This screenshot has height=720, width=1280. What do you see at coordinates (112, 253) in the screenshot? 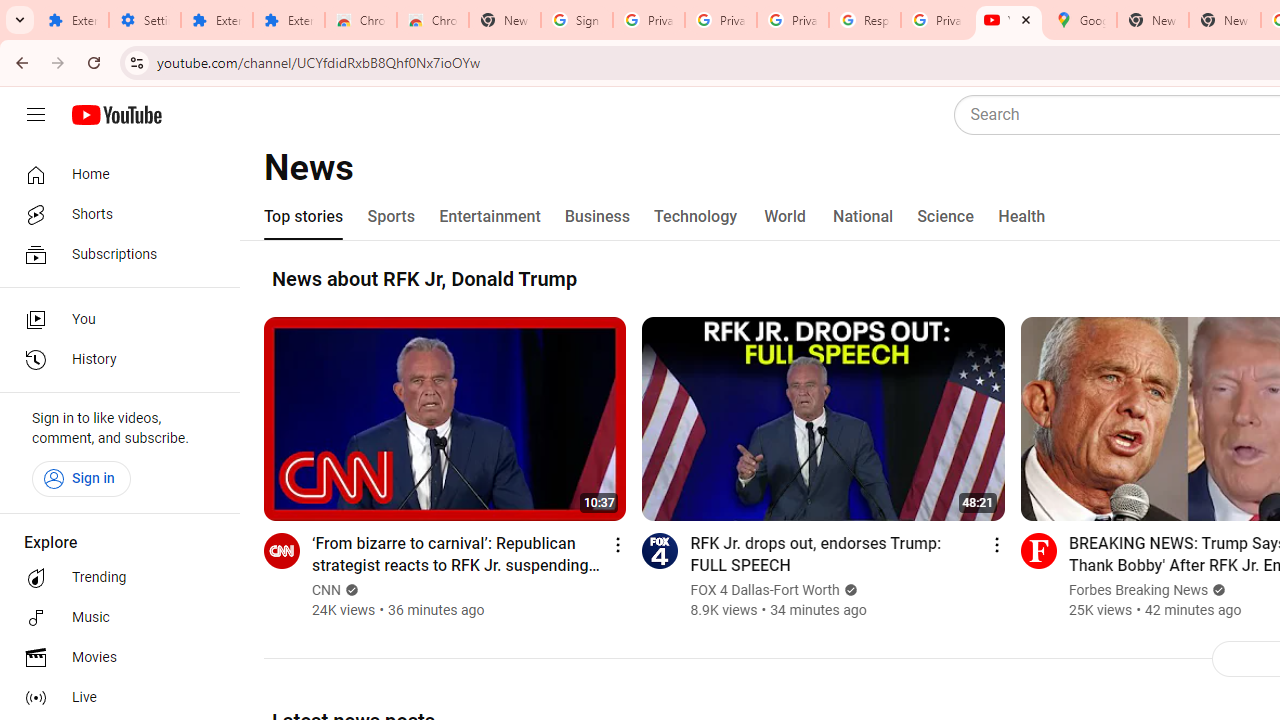
I see `'Subscriptions'` at bounding box center [112, 253].